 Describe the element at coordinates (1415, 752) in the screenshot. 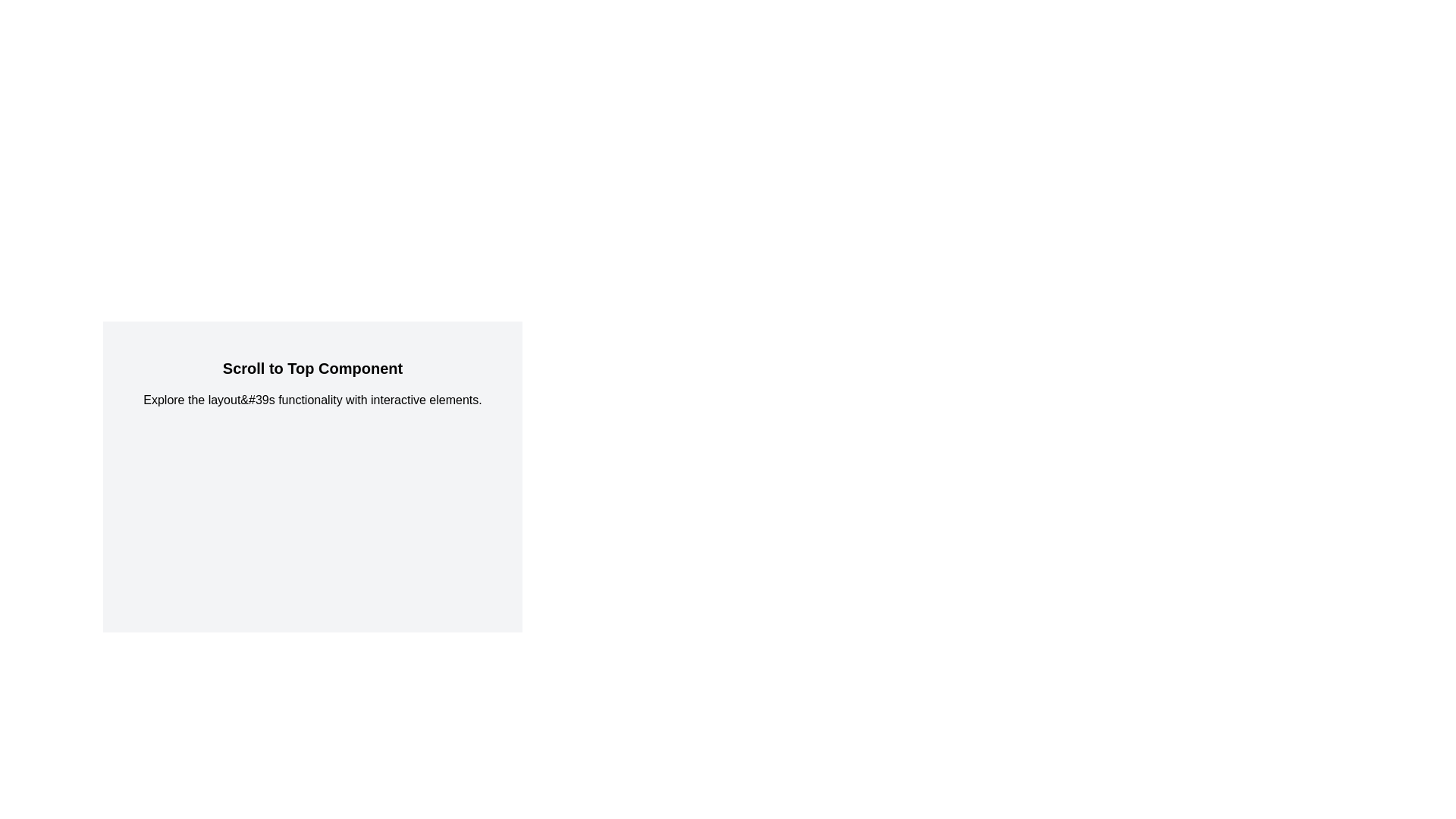

I see `the help button located at the bottom-right of the interface to request help or additional information` at that location.